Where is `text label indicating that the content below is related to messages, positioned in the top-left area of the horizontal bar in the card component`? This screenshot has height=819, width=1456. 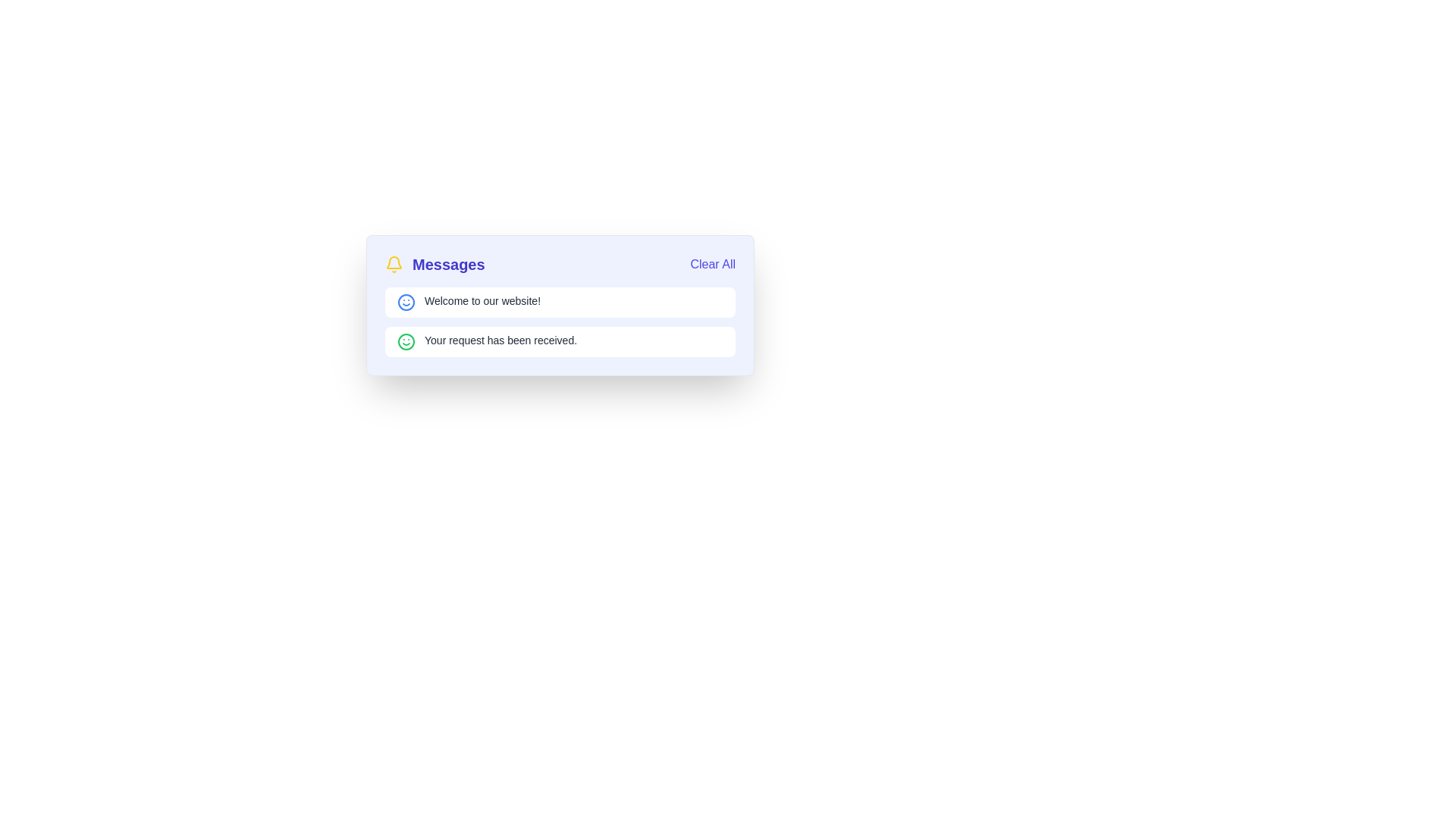
text label indicating that the content below is related to messages, positioned in the top-left area of the horizontal bar in the card component is located at coordinates (434, 263).